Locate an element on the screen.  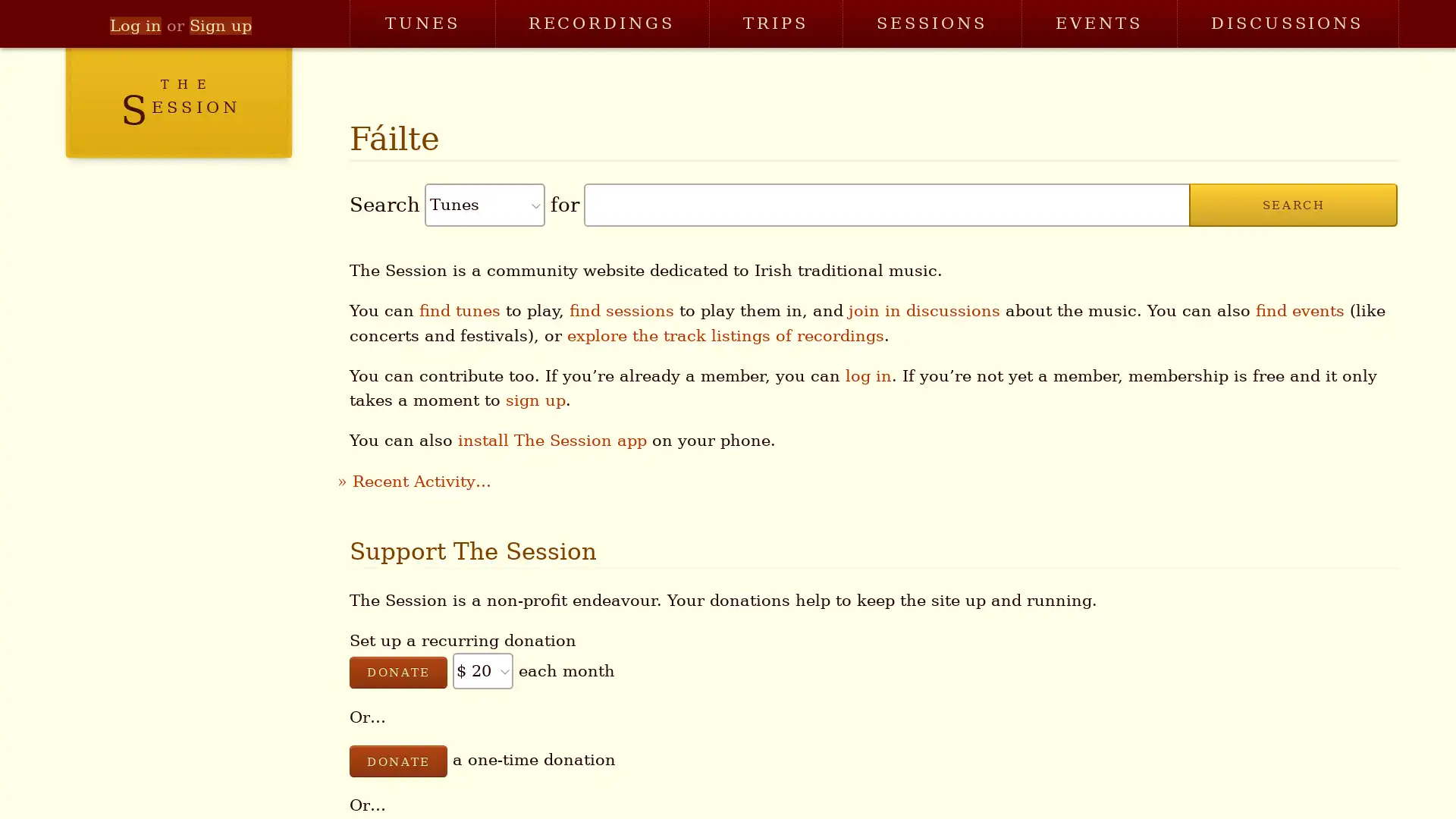
donate is located at coordinates (397, 761).